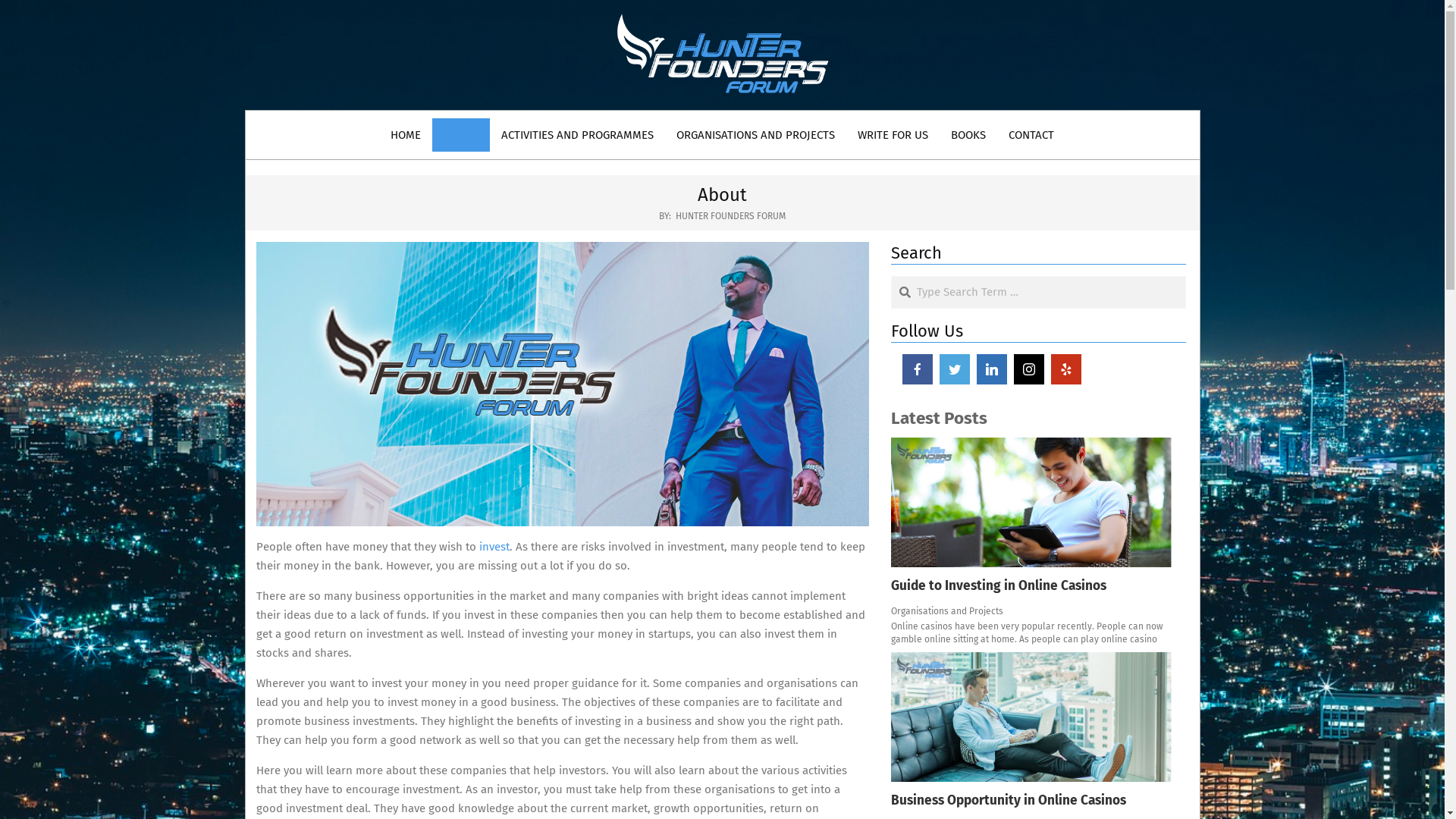 The width and height of the screenshot is (1456, 819). What do you see at coordinates (460, 133) in the screenshot?
I see `'ABOUT'` at bounding box center [460, 133].